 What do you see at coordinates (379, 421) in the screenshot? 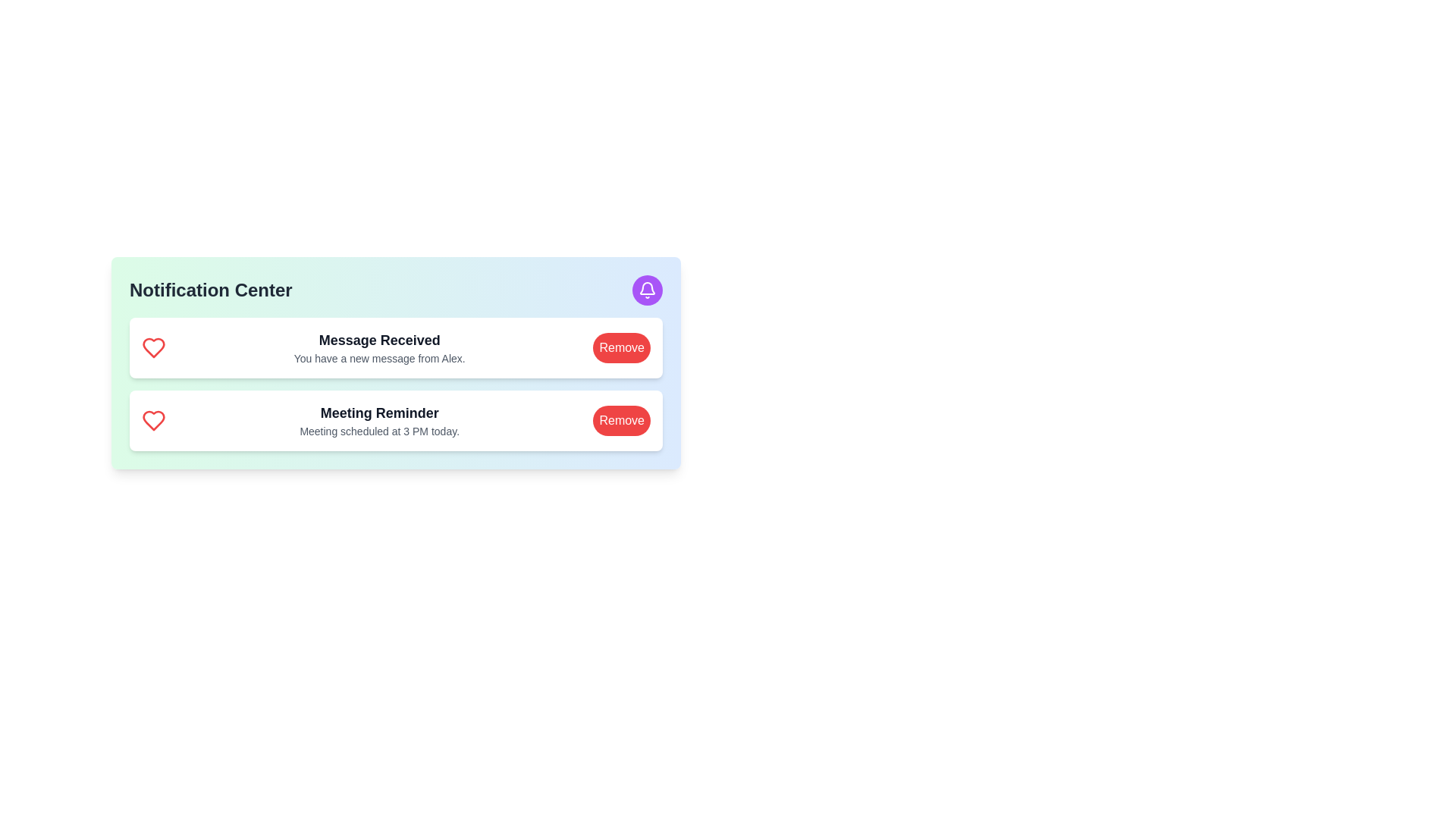
I see `the Text block element that displays 'Meeting Reminder' and additional details about the meeting scheduled at 3 PM today` at bounding box center [379, 421].